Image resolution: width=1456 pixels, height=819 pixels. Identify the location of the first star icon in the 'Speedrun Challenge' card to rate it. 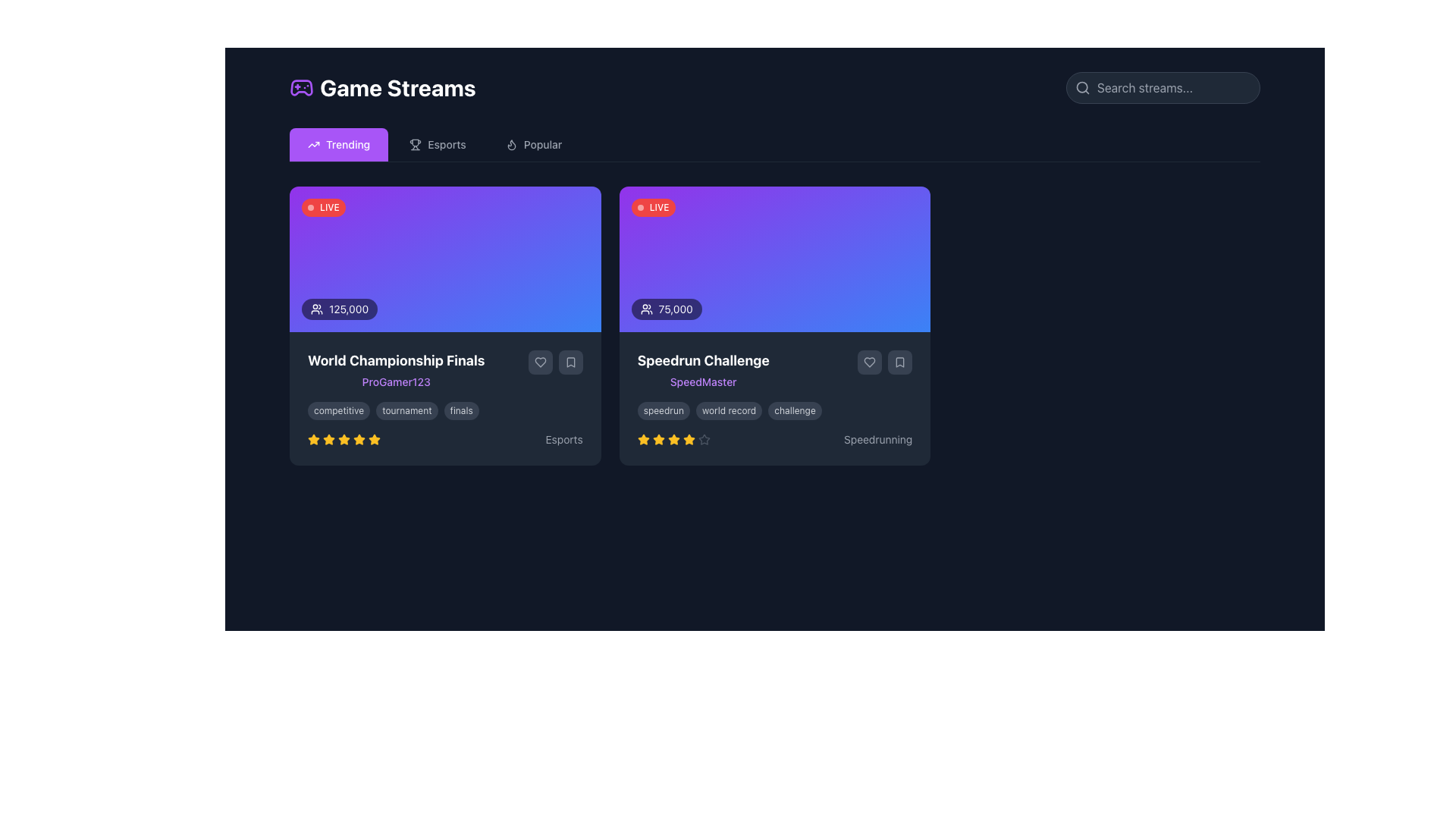
(643, 439).